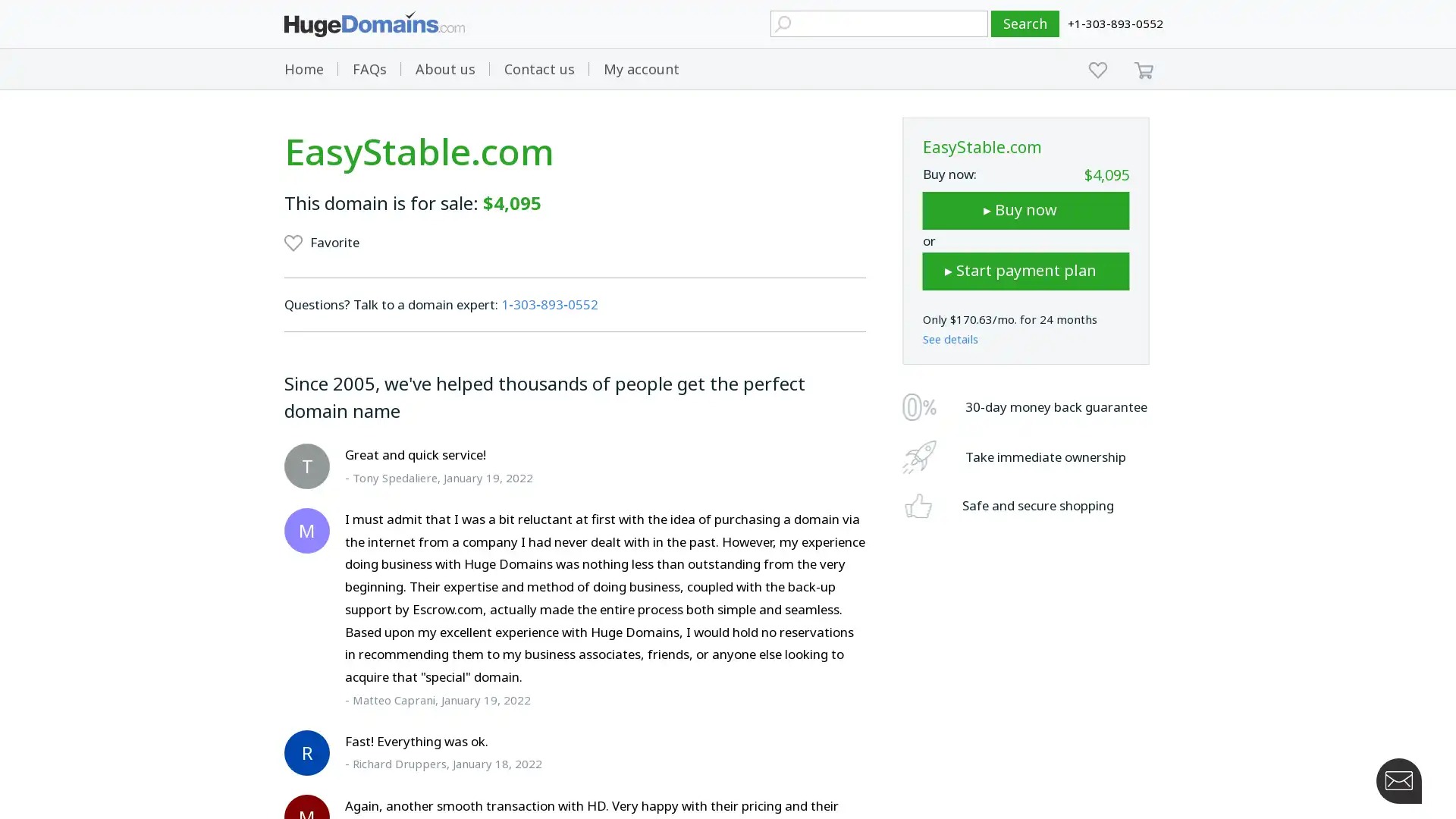 The image size is (1456, 819). Describe the element at coordinates (1025, 24) in the screenshot. I see `Search` at that location.